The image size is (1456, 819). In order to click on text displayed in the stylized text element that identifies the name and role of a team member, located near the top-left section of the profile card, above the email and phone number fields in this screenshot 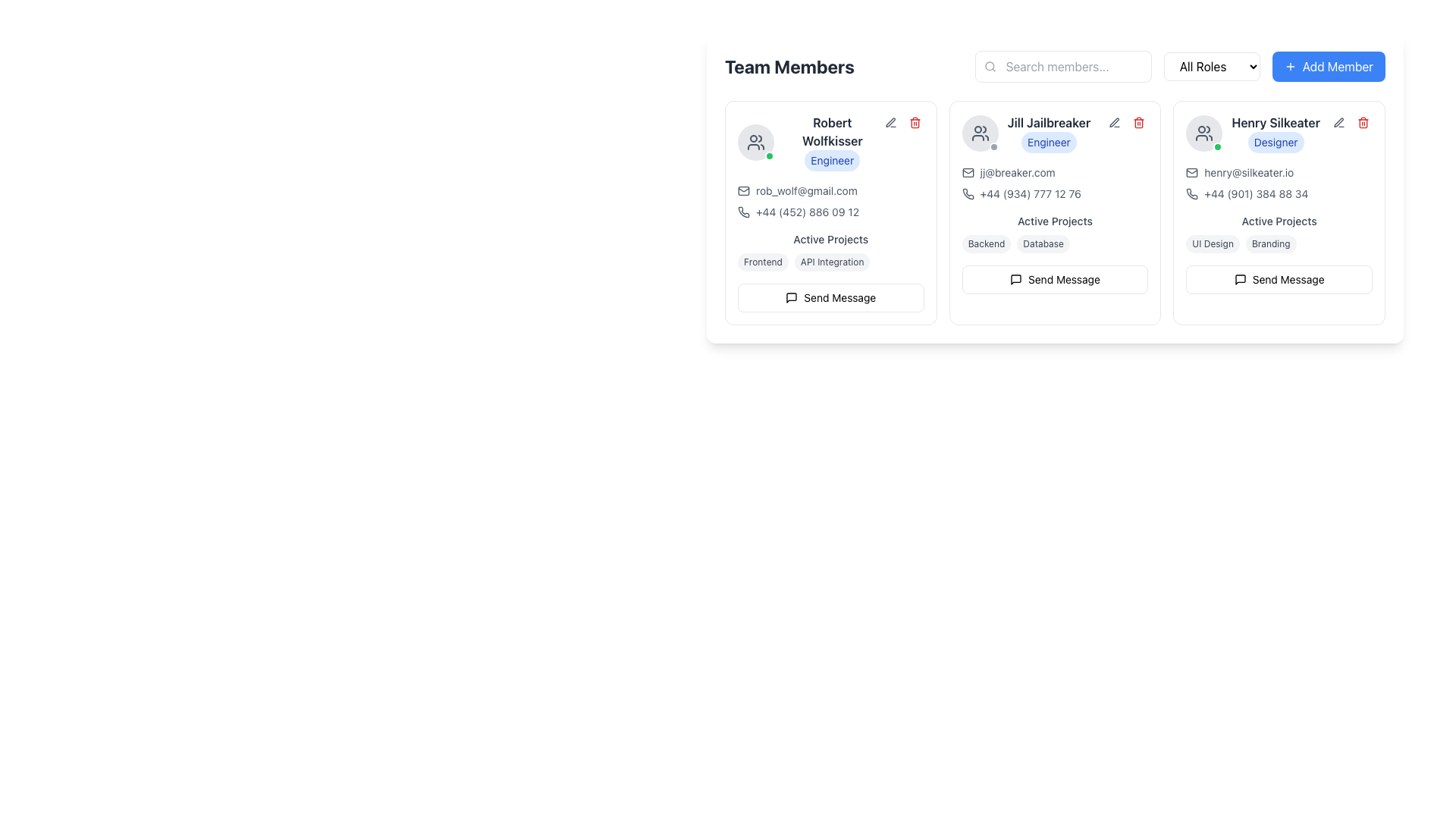, I will do `click(830, 143)`.